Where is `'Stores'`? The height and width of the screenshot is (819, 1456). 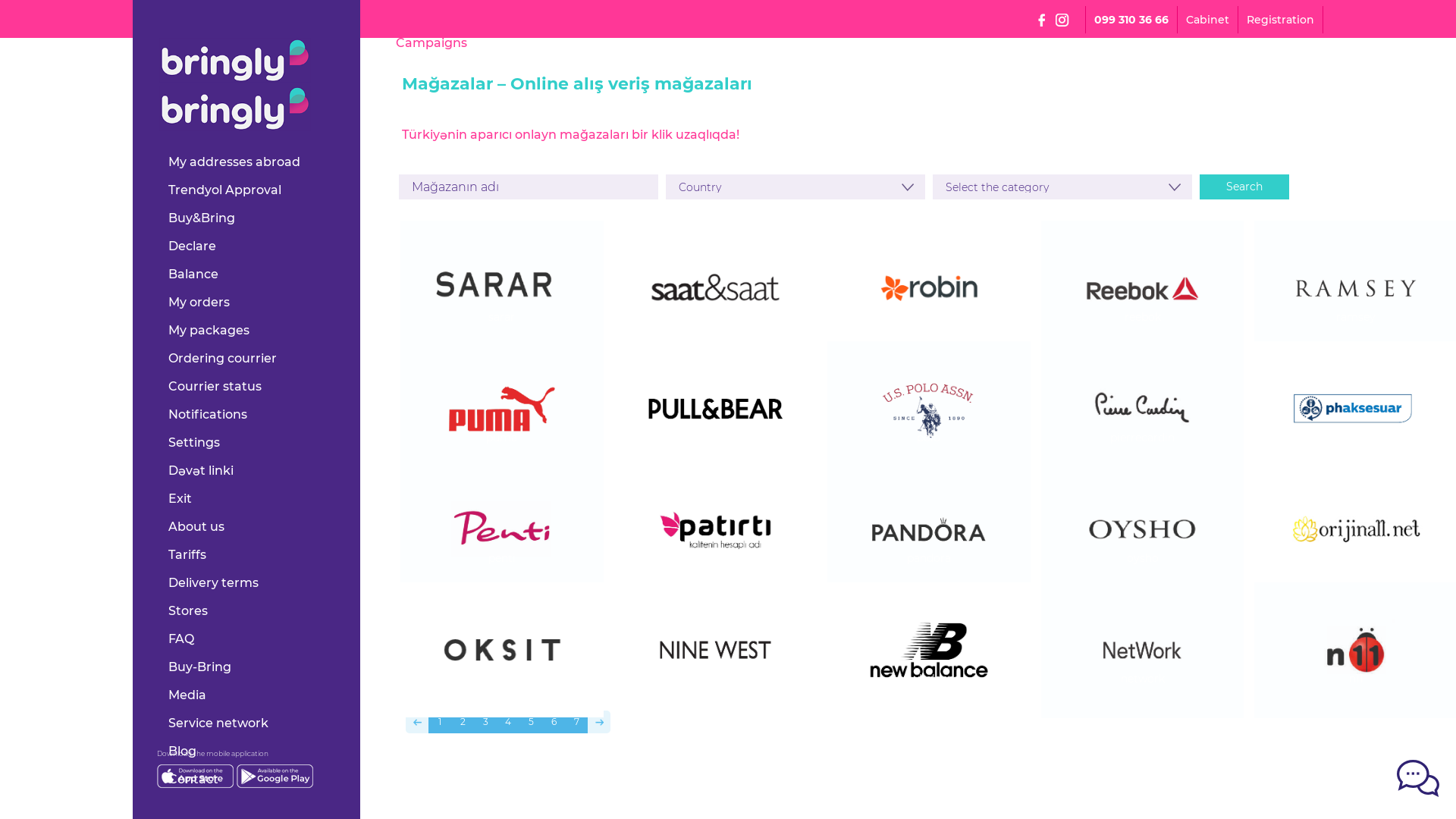 'Stores' is located at coordinates (187, 610).